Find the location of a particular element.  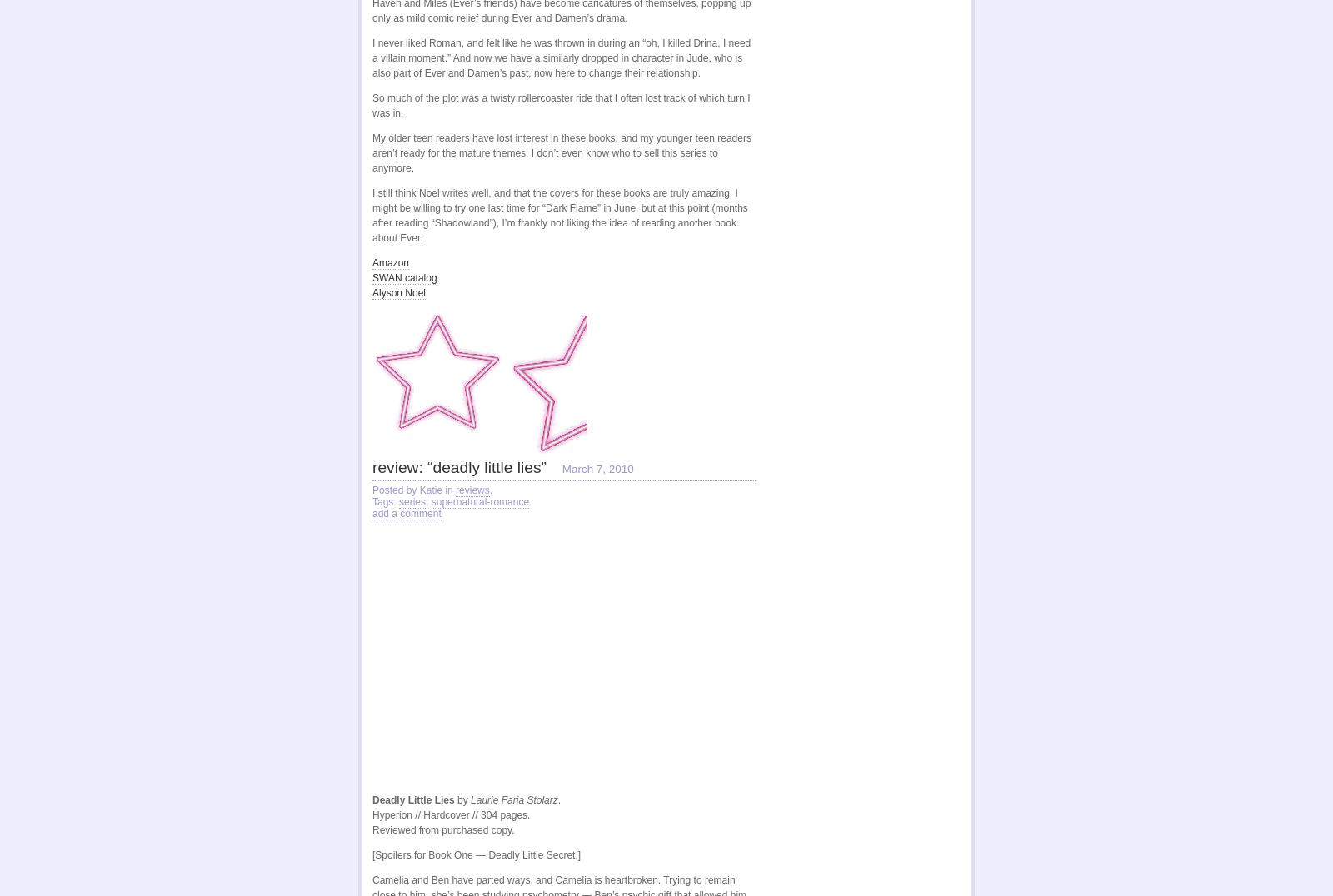

'I still think Noel writes well, and that the covers for these books are truly amazing. I might be willing to try one last time for “Dark Flame” in June, but at this point (months after reading “Shadowland”), I’m frankly not liking the idea of reading another book about Ever.' is located at coordinates (560, 215).